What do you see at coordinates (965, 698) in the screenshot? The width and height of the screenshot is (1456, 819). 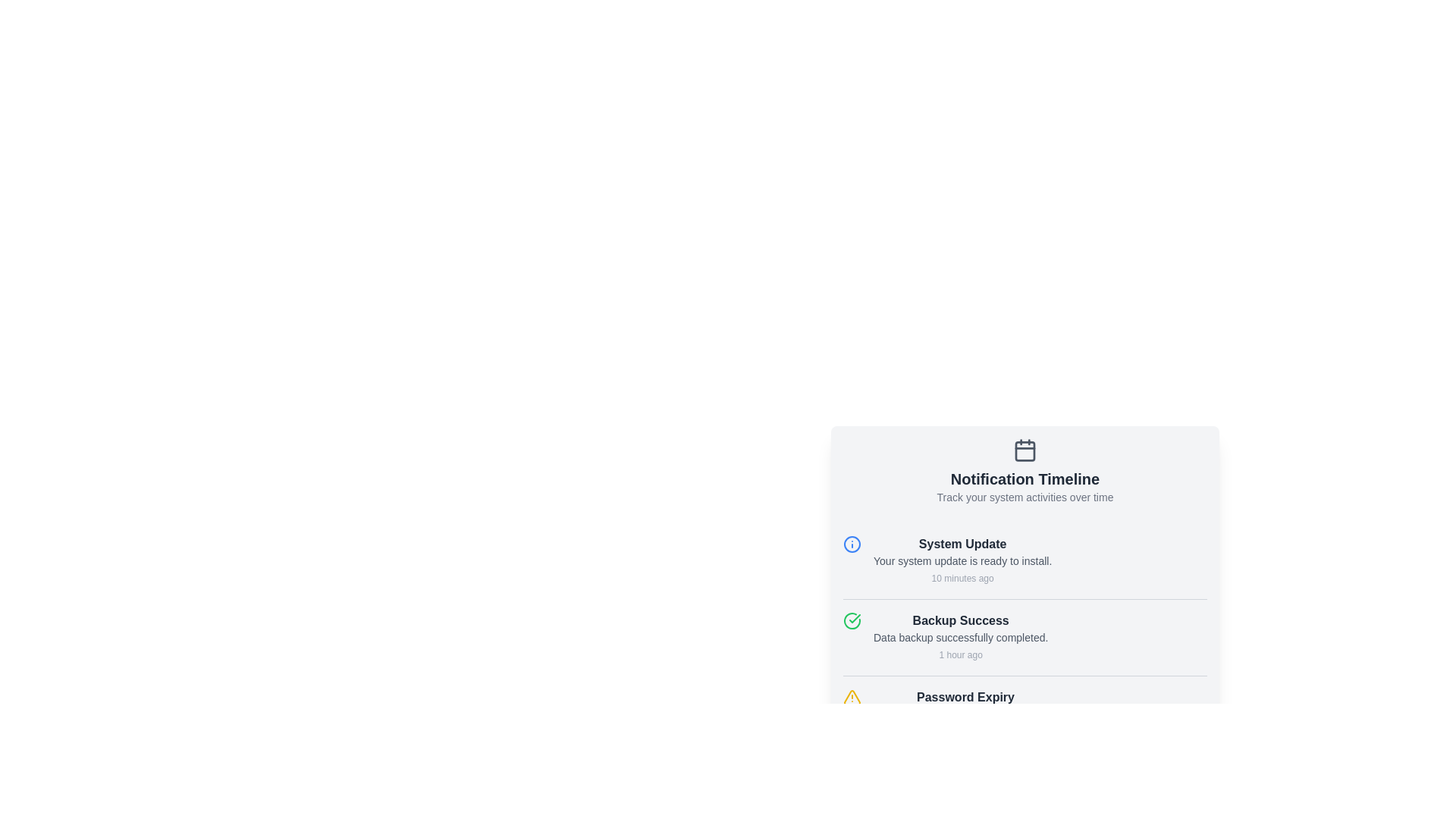 I see `text label titled 'Password Expiry' located at the upper-left corner of the 'Notification Timeline' interface, which serves as a header for the specific notification` at bounding box center [965, 698].